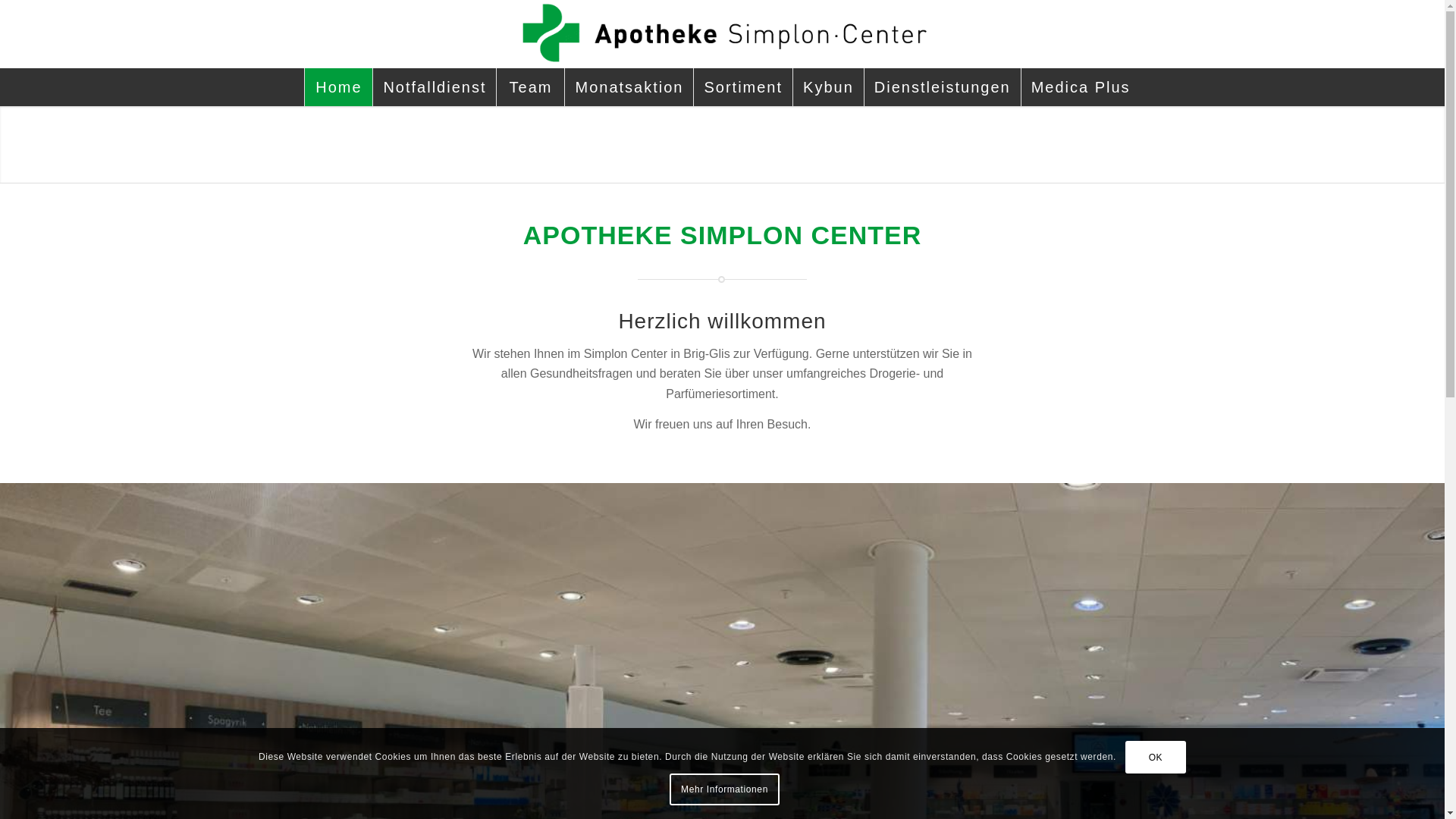  I want to click on 'Sortiment', so click(742, 87).